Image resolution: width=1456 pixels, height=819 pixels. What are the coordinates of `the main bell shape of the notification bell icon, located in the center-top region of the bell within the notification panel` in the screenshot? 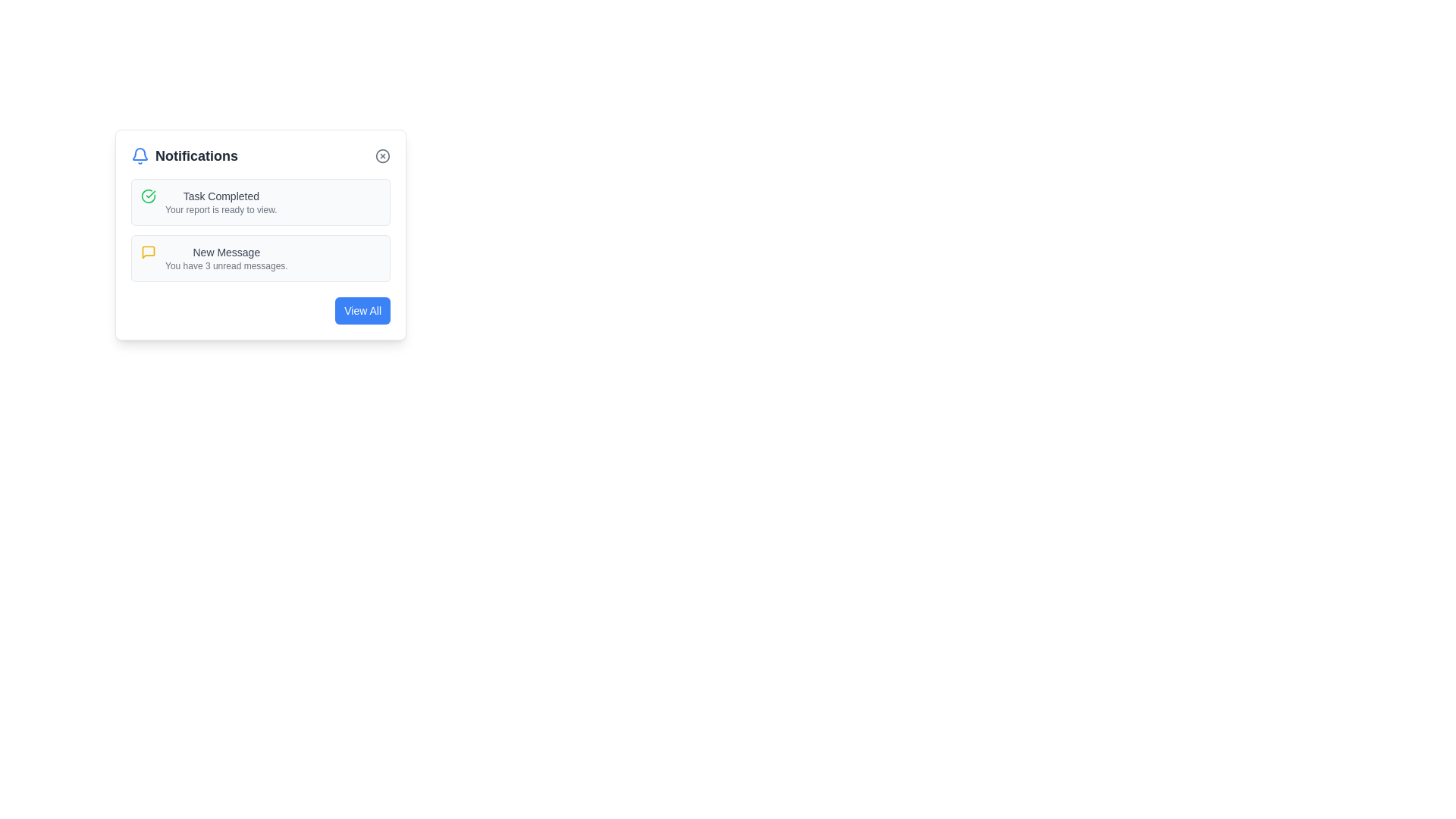 It's located at (140, 154).